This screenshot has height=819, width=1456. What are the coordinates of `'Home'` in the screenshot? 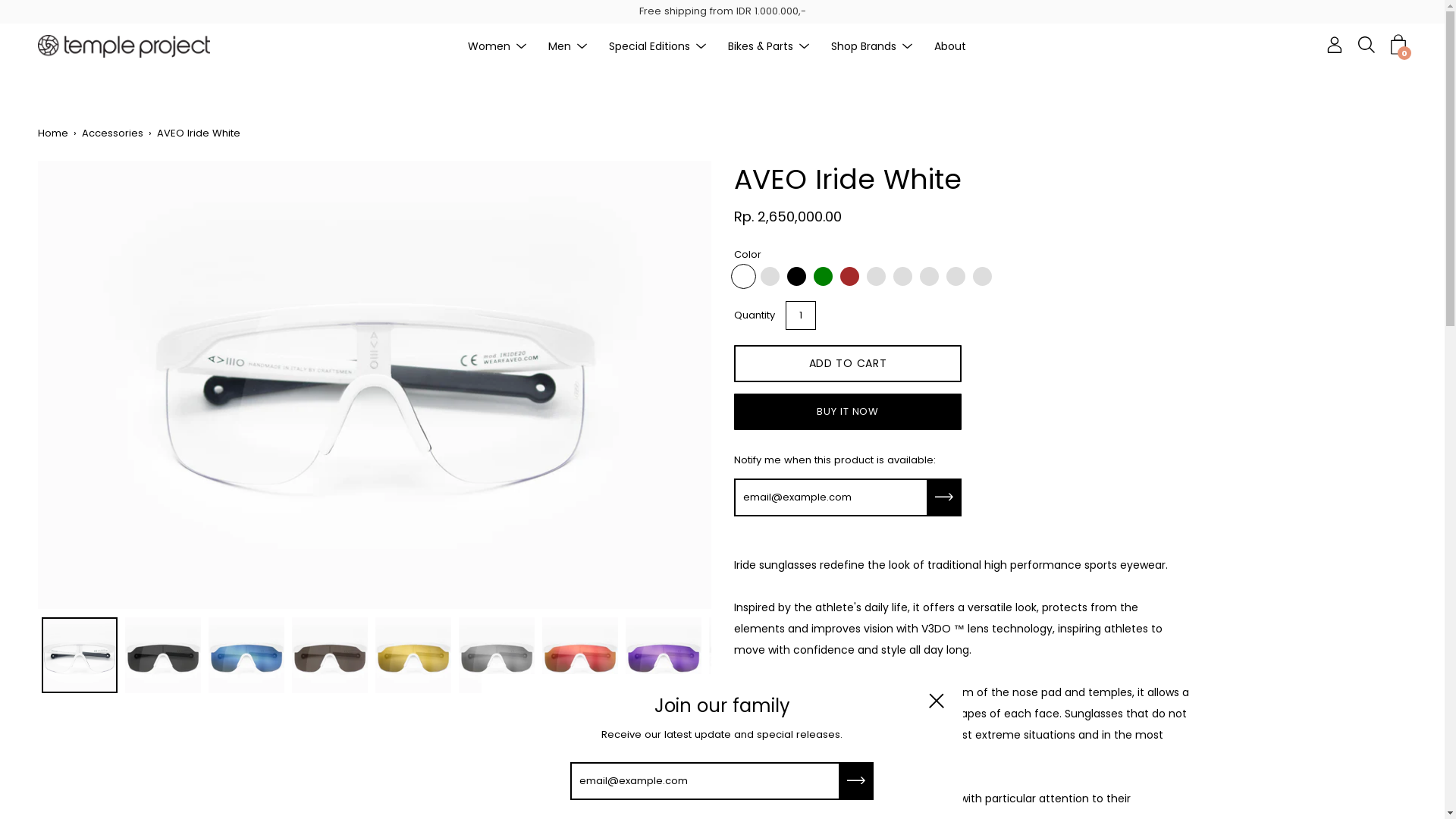 It's located at (55, 133).